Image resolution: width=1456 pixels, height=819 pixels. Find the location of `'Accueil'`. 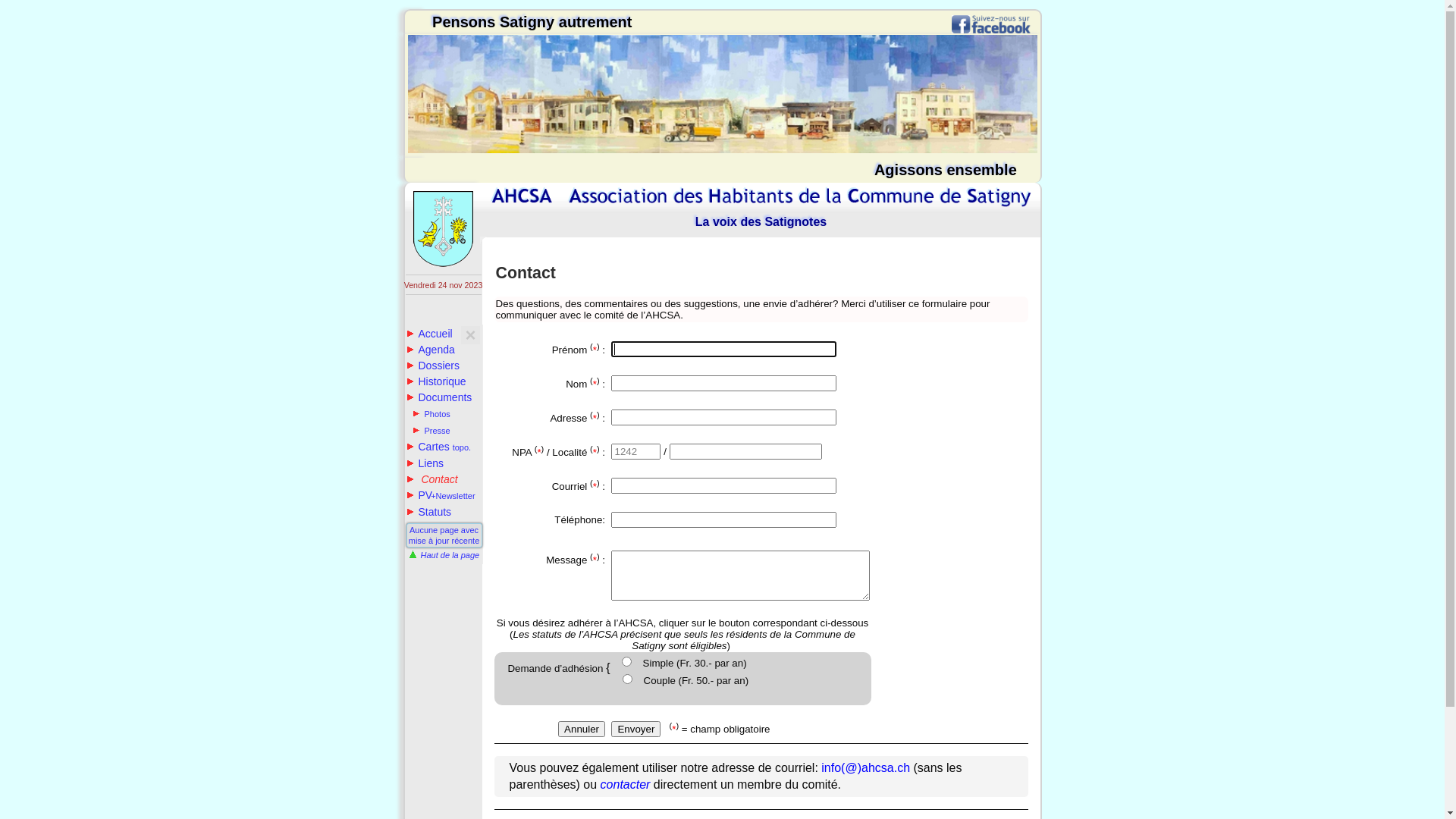

'Accueil' is located at coordinates (428, 332).